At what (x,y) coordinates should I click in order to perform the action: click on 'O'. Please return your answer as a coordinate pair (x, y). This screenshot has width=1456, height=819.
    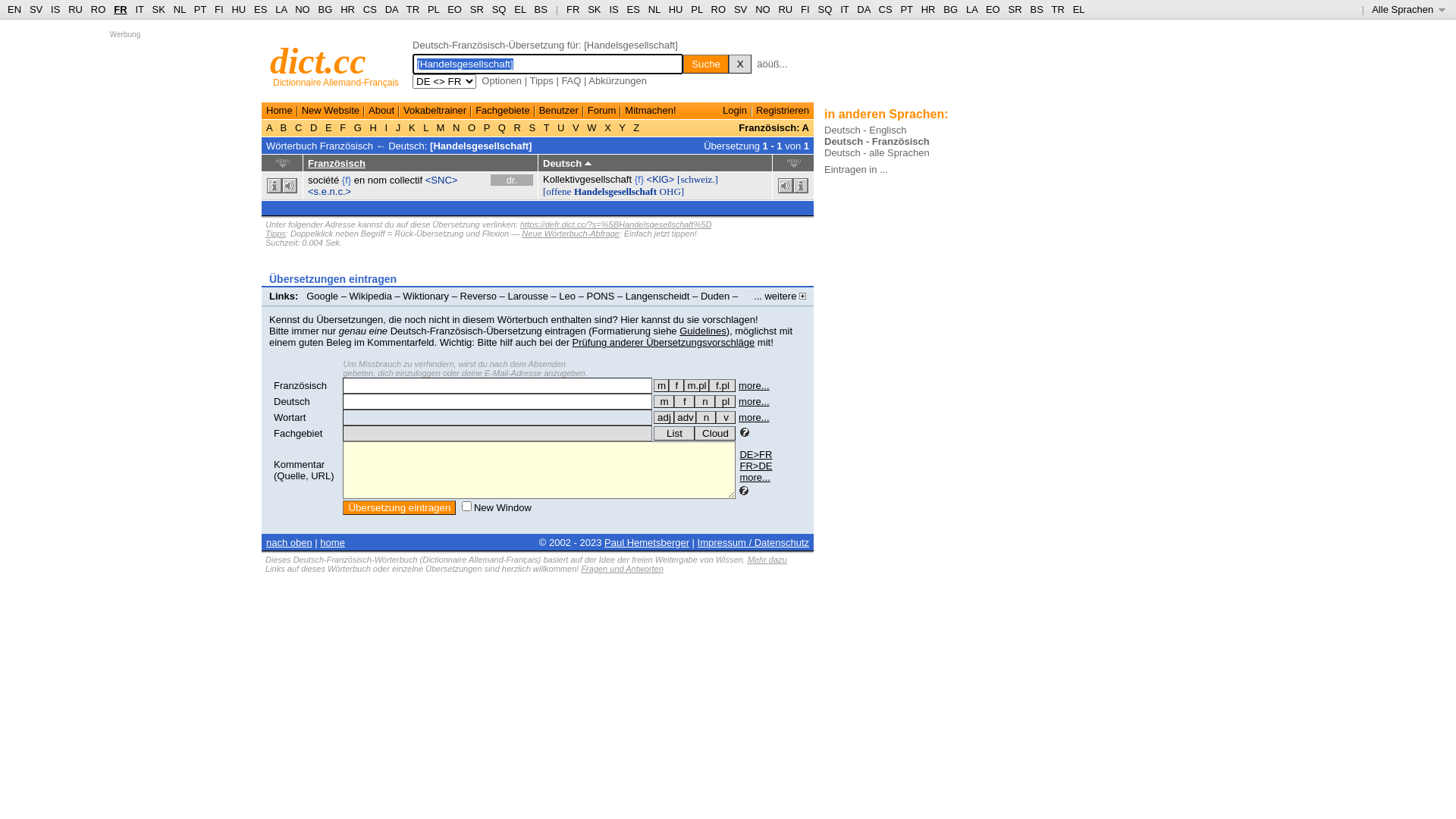
    Looking at the image, I should click on (470, 127).